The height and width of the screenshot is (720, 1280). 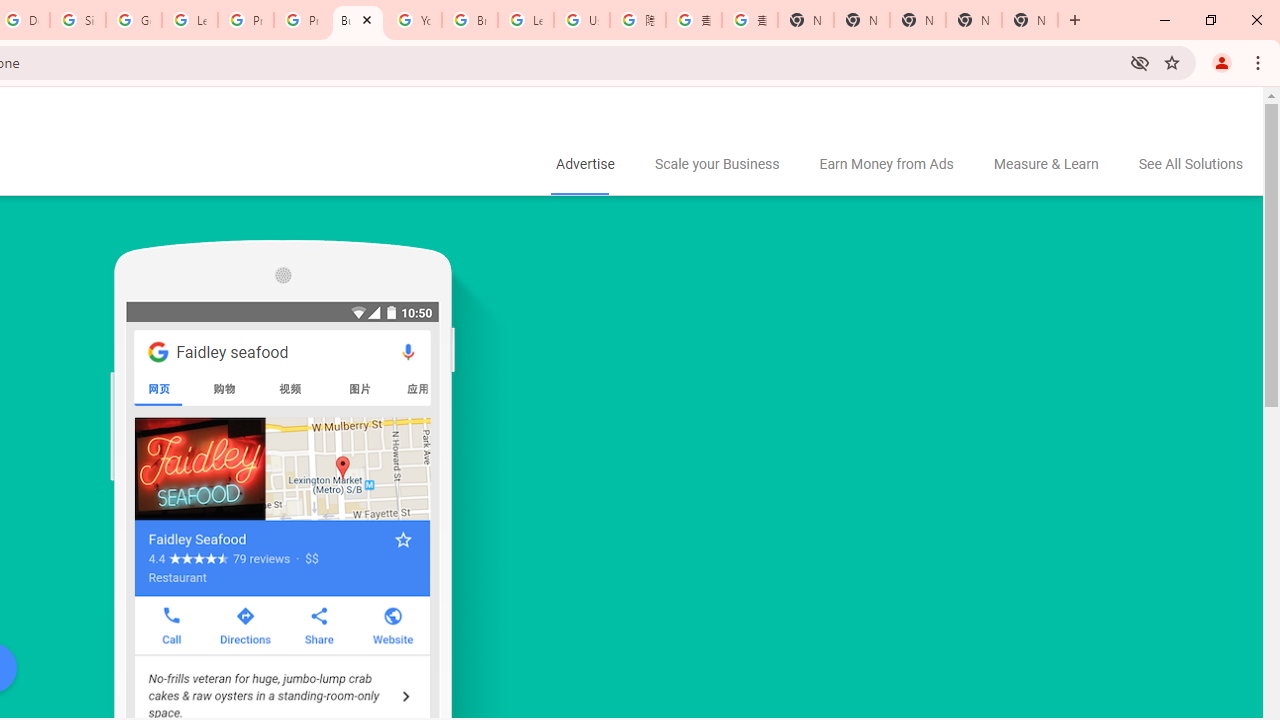 What do you see at coordinates (413, 20) in the screenshot?
I see `'YouTube'` at bounding box center [413, 20].